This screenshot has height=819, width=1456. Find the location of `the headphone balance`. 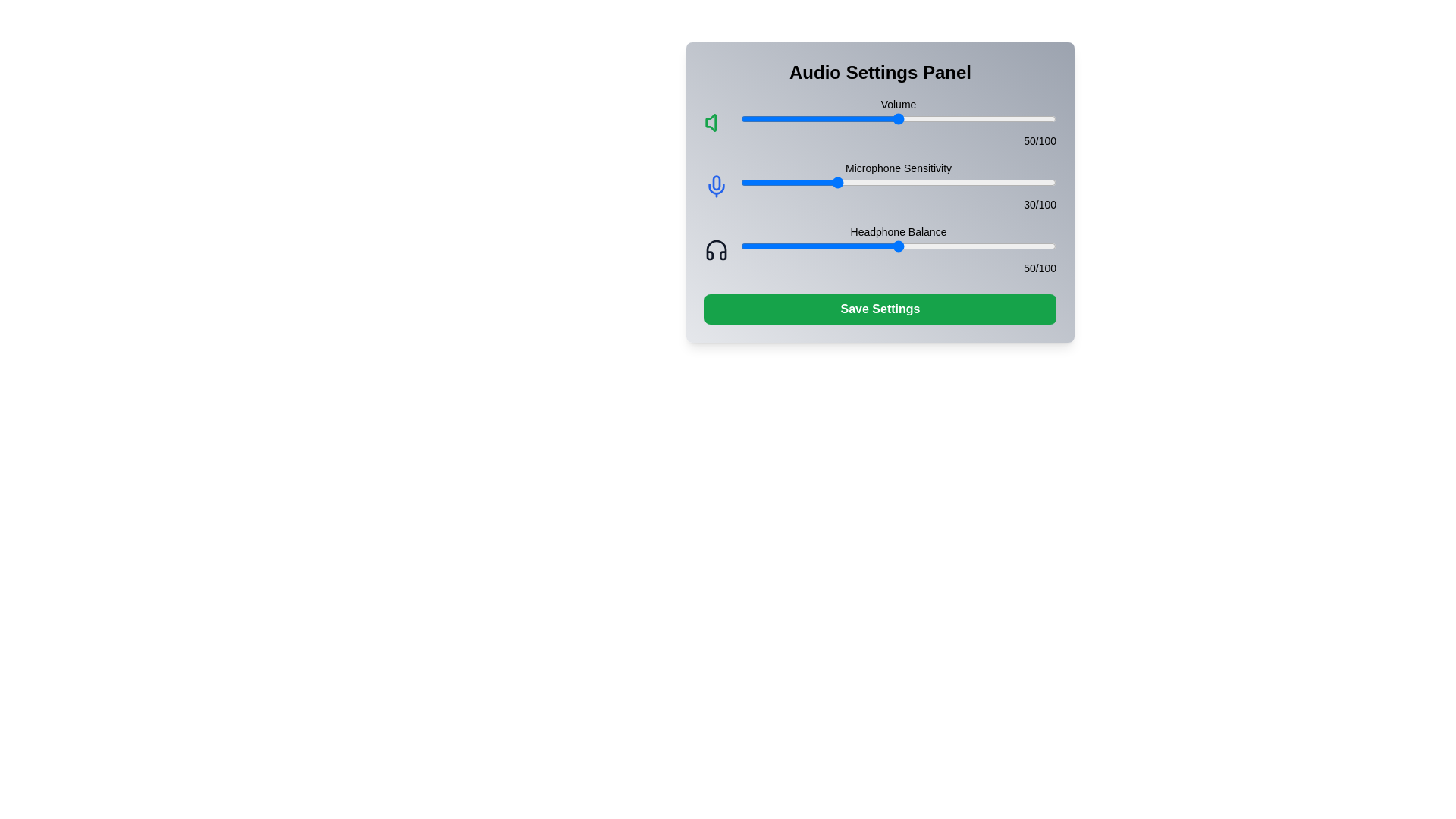

the headphone balance is located at coordinates (990, 245).